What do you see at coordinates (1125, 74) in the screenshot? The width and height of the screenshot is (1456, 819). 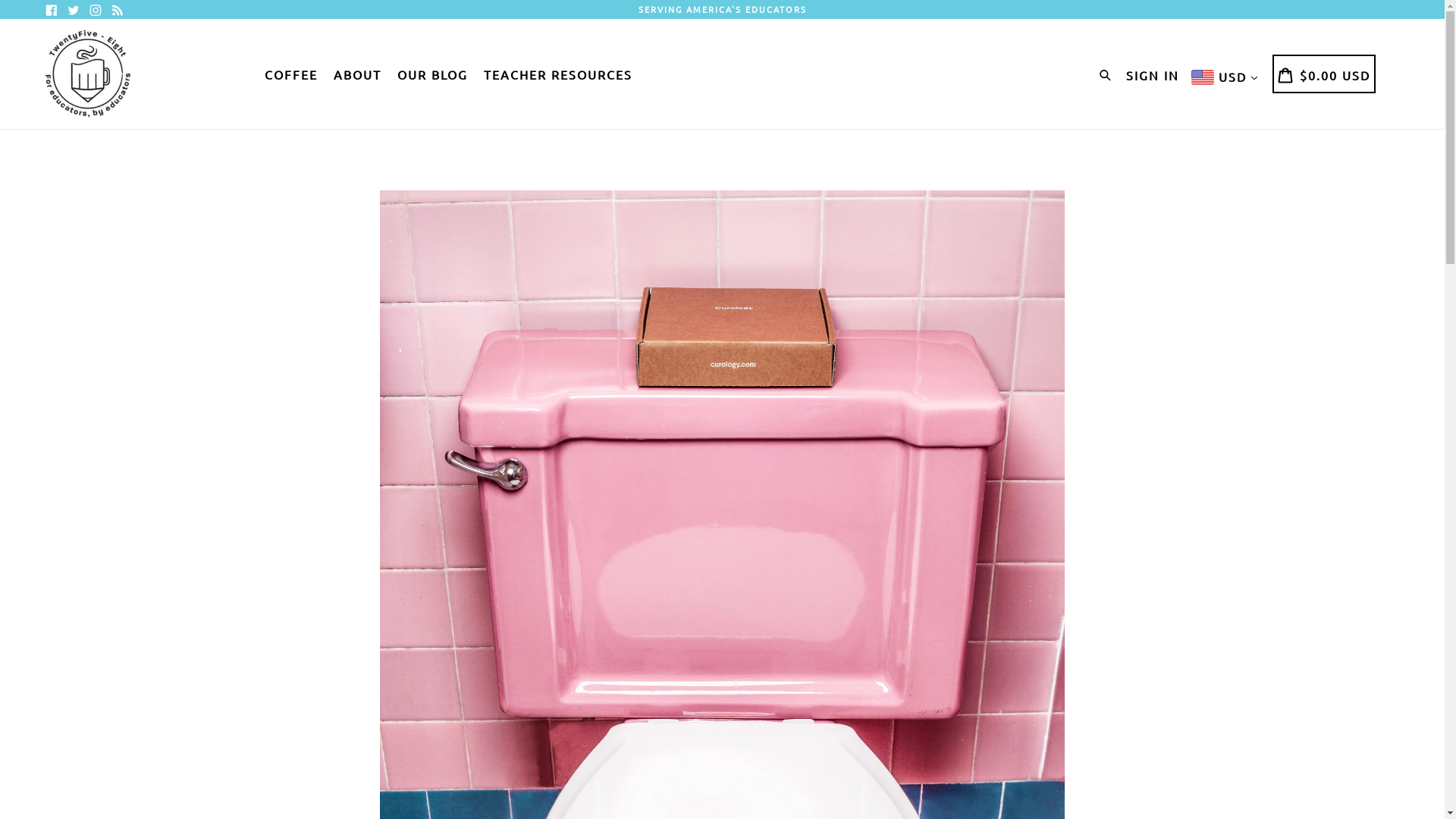 I see `'SIGN IN'` at bounding box center [1125, 74].